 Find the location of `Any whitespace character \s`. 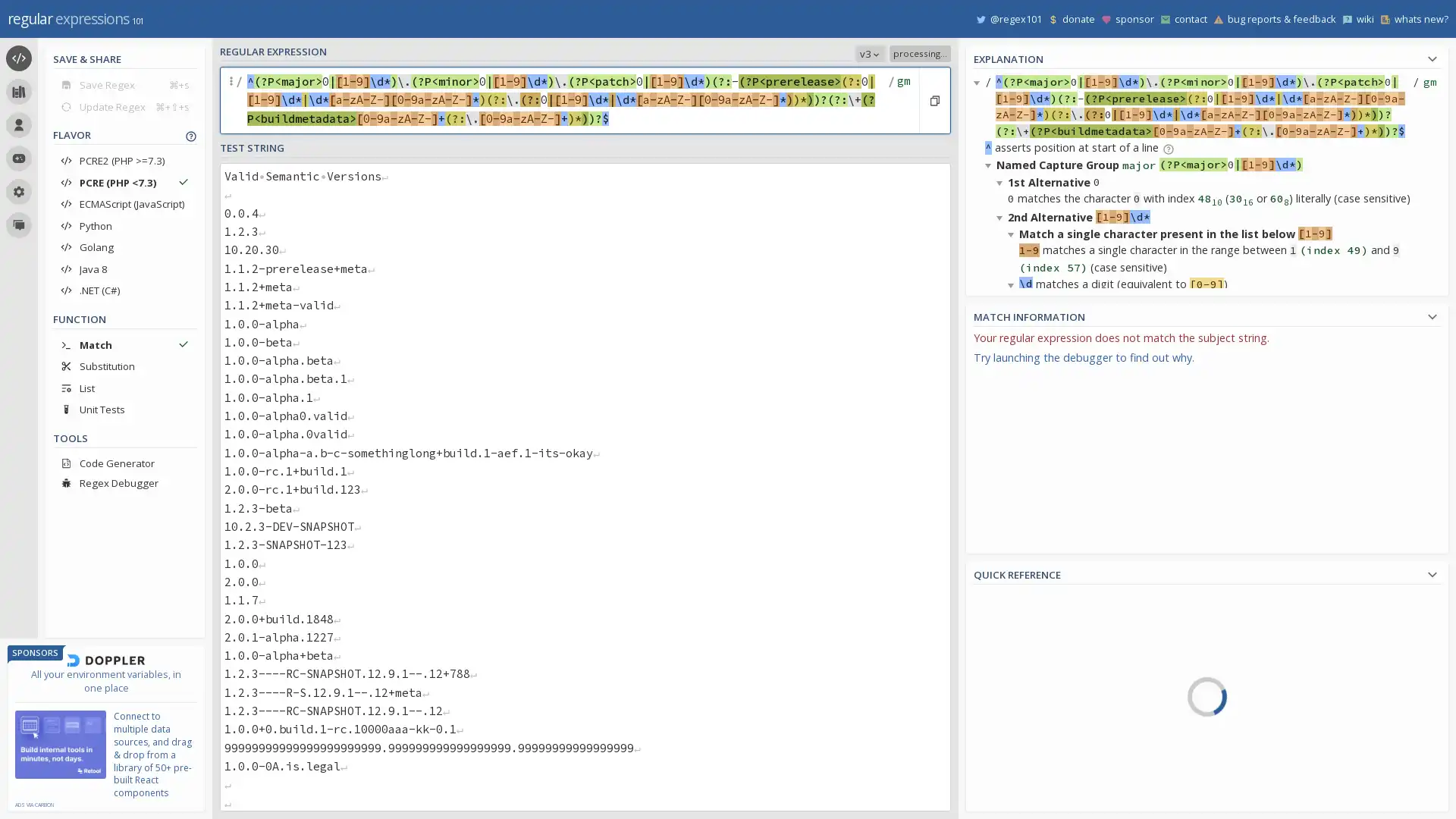

Any whitespace character \s is located at coordinates (1282, 752).